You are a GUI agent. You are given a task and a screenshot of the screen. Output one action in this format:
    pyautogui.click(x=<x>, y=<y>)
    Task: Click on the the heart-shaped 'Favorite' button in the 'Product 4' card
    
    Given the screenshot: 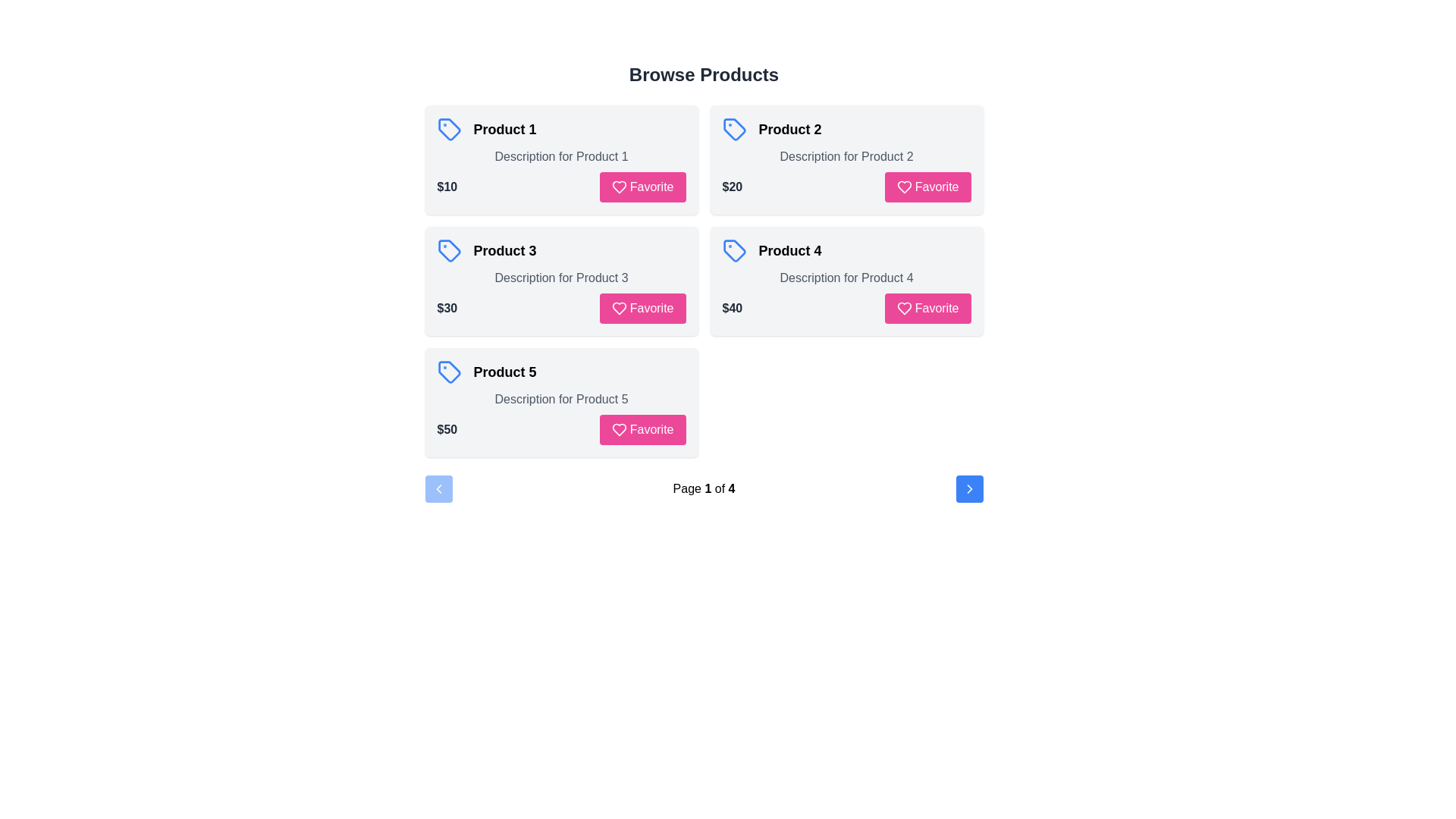 What is the action you would take?
    pyautogui.click(x=904, y=308)
    